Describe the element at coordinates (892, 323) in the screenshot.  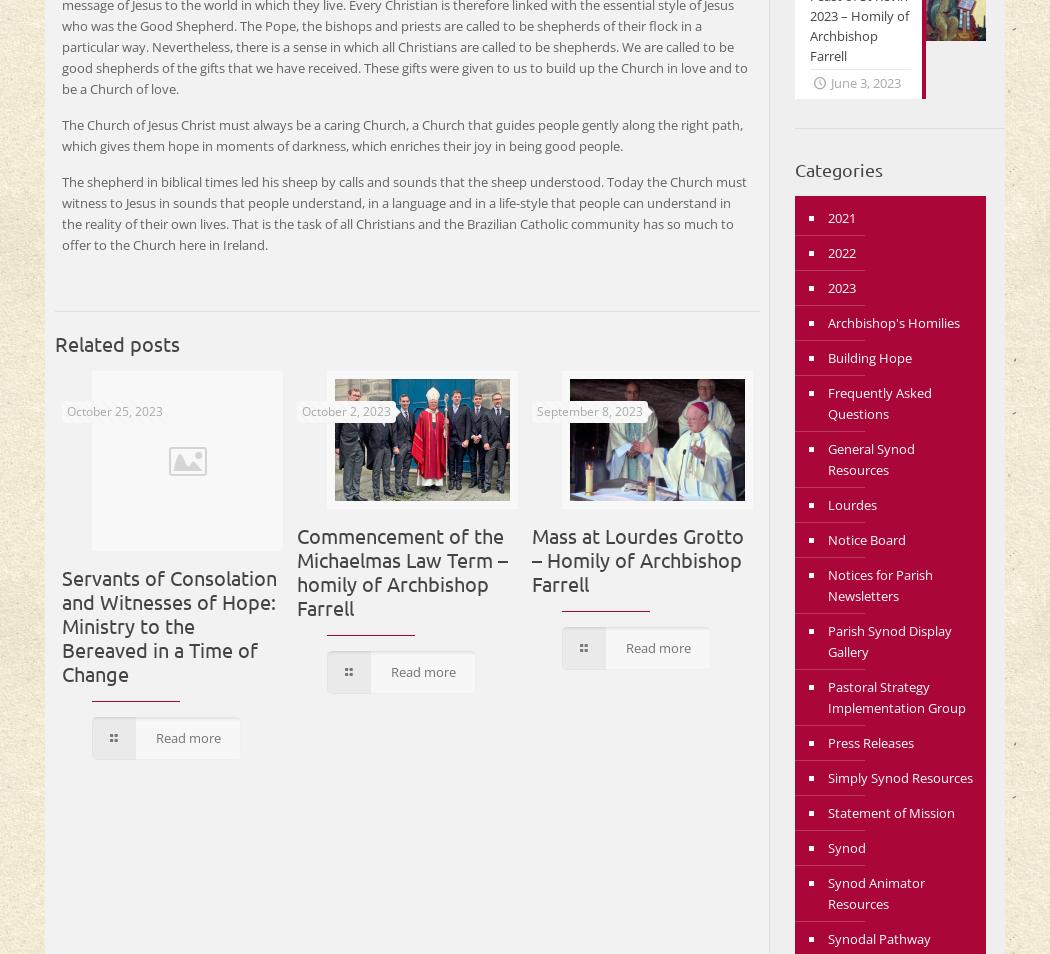
I see `'Archbishop's Homilies'` at that location.